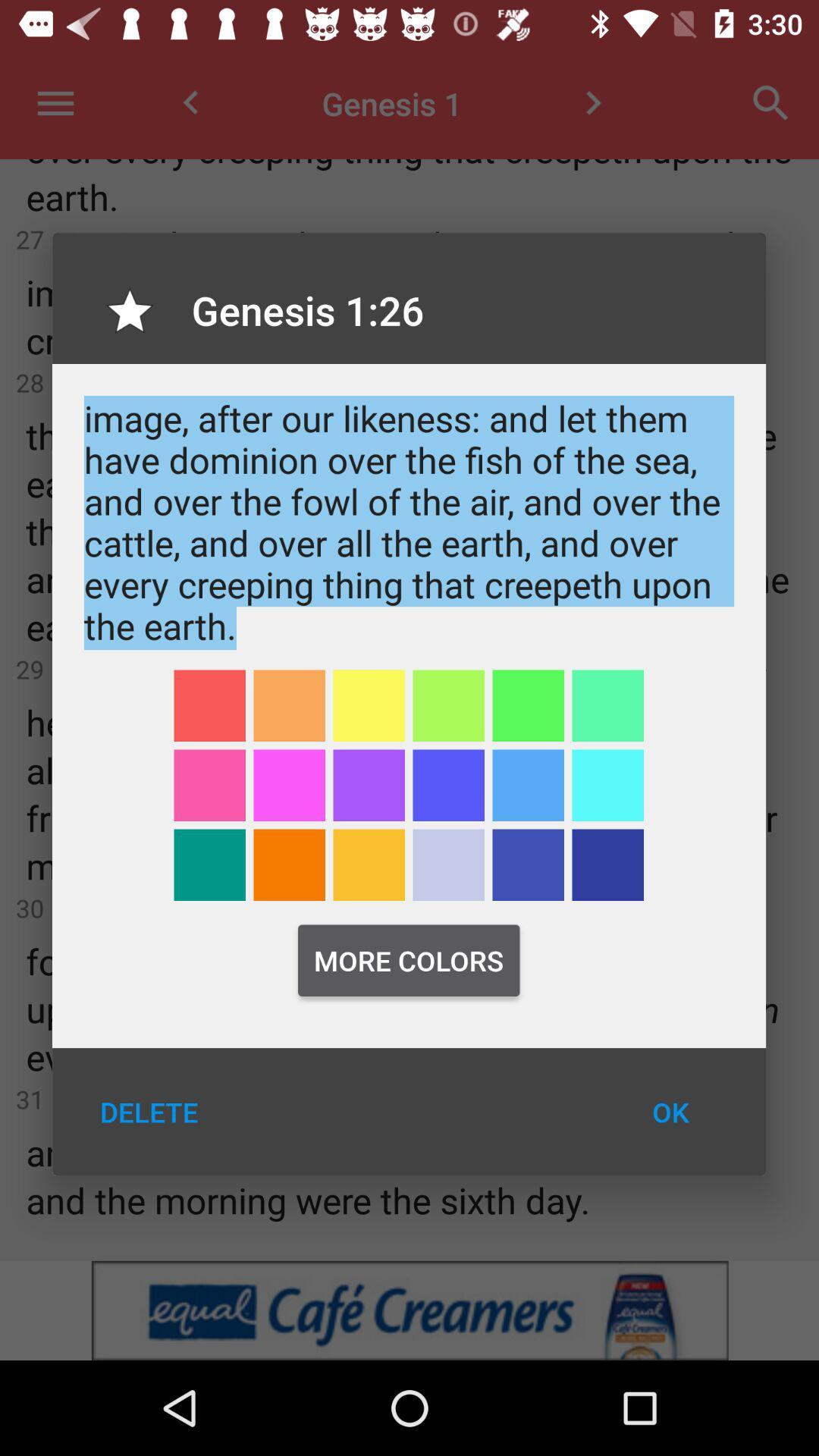 The height and width of the screenshot is (1456, 819). Describe the element at coordinates (289, 704) in the screenshot. I see `orange` at that location.